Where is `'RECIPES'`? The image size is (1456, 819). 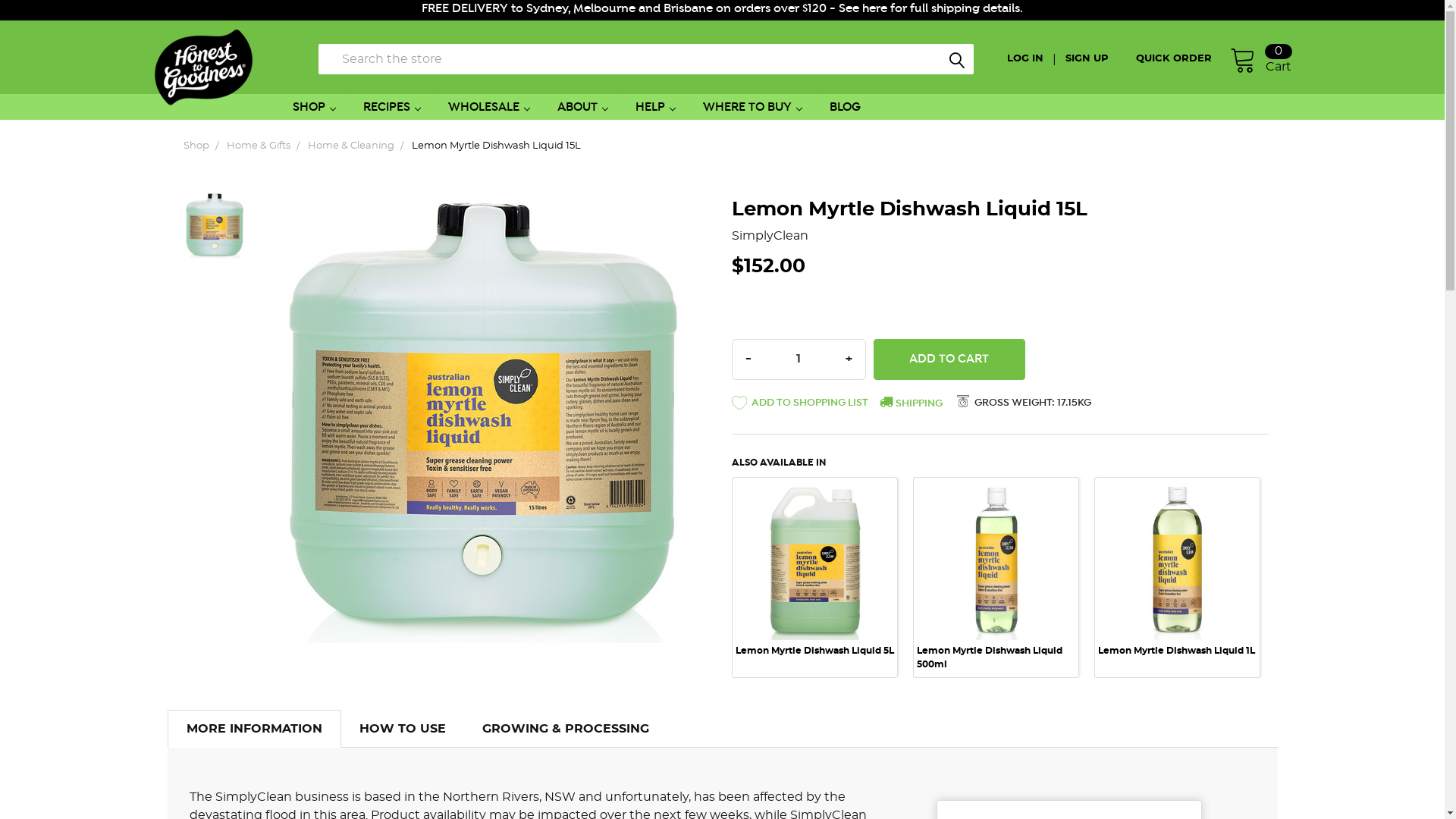
'RECIPES' is located at coordinates (392, 106).